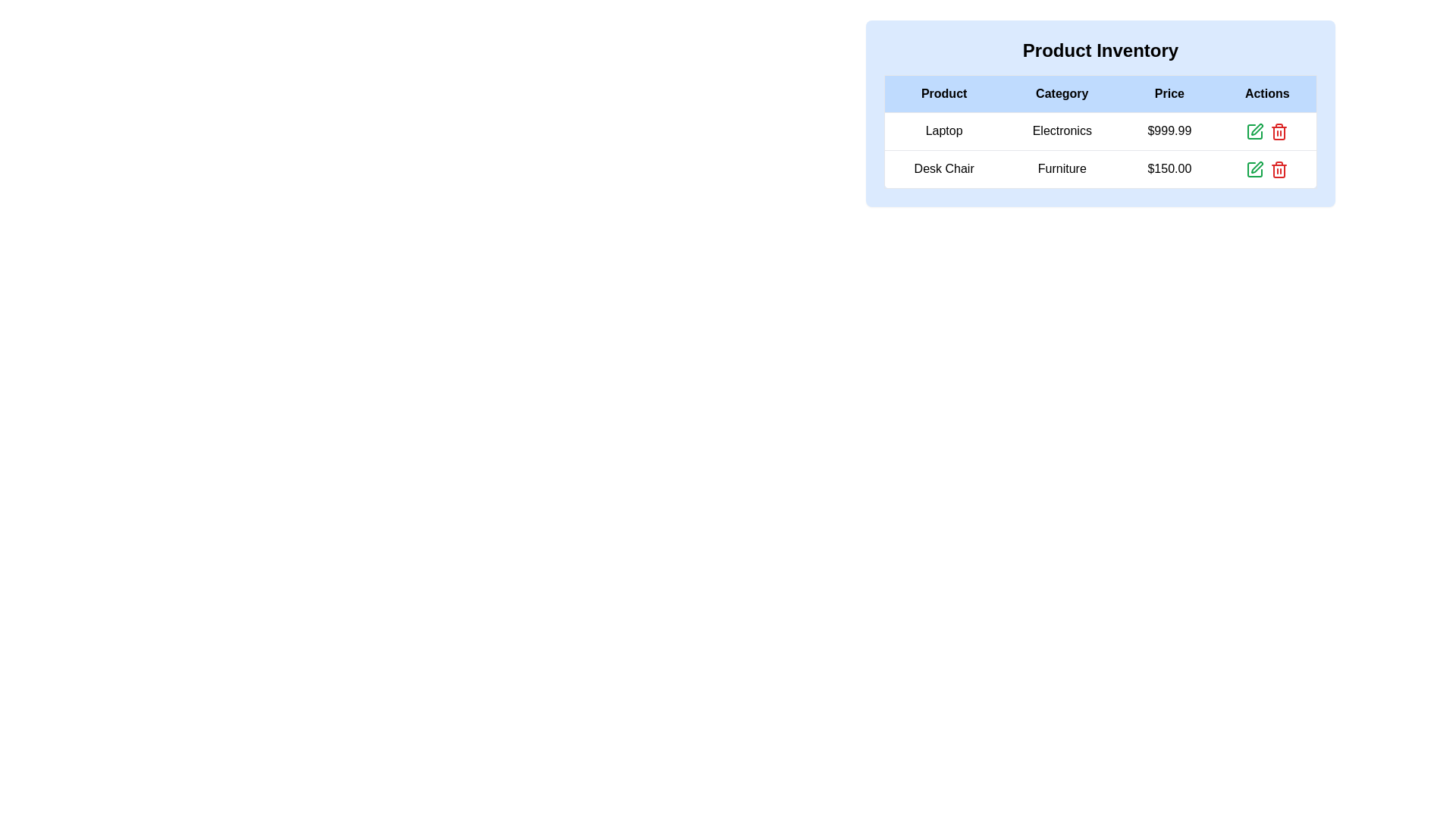  Describe the element at coordinates (1169, 169) in the screenshot. I see `the price label displaying the price information for the item 'Desk Chair' in the second row of the table under the 'Price' column` at that location.